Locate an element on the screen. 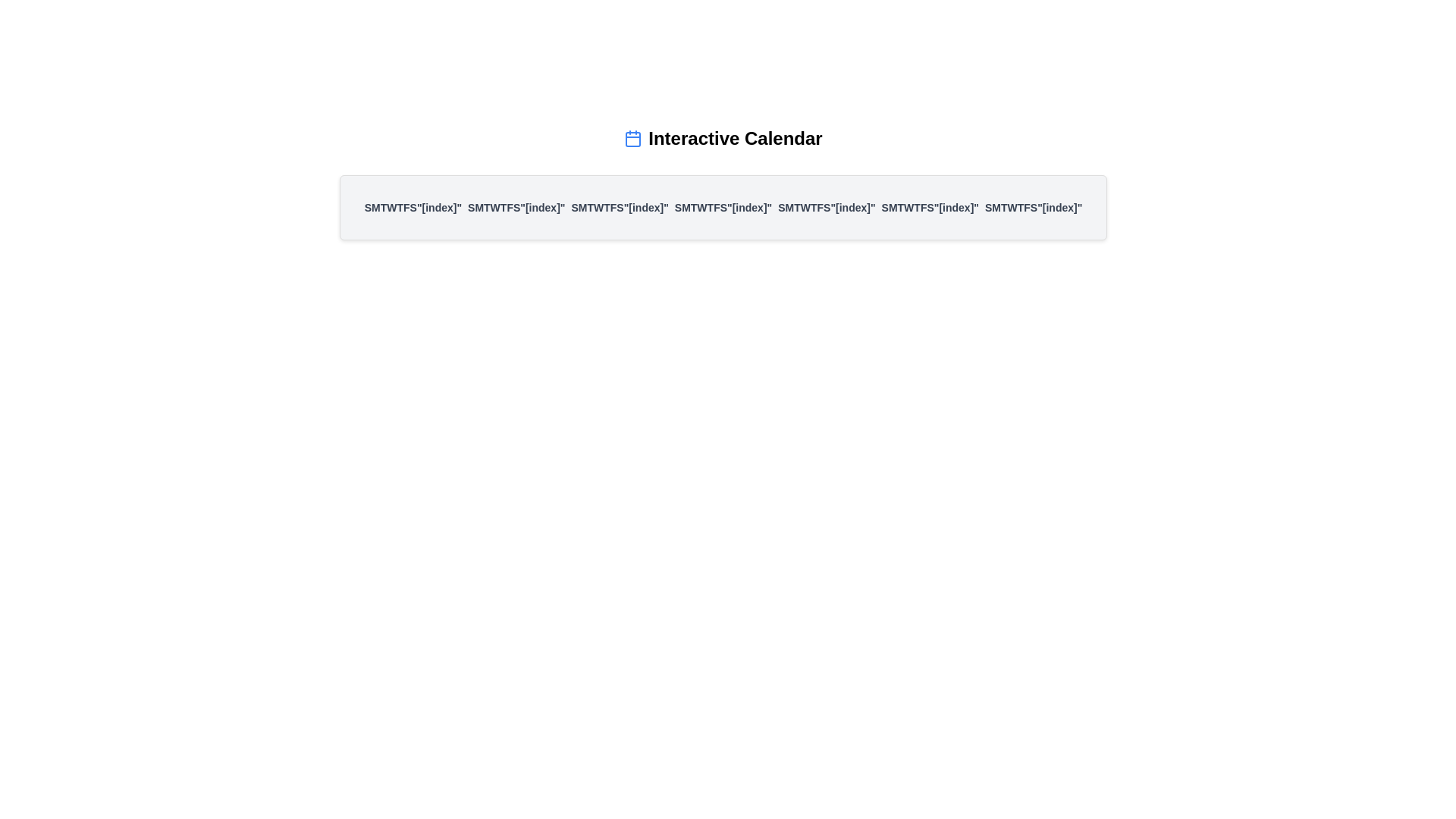 The height and width of the screenshot is (819, 1456). the blue and white square component of the calendar icon that is centrally located within the calendar graphic, which serves as a visual marker to the left of the title 'Interactive Calendar' is located at coordinates (633, 140).